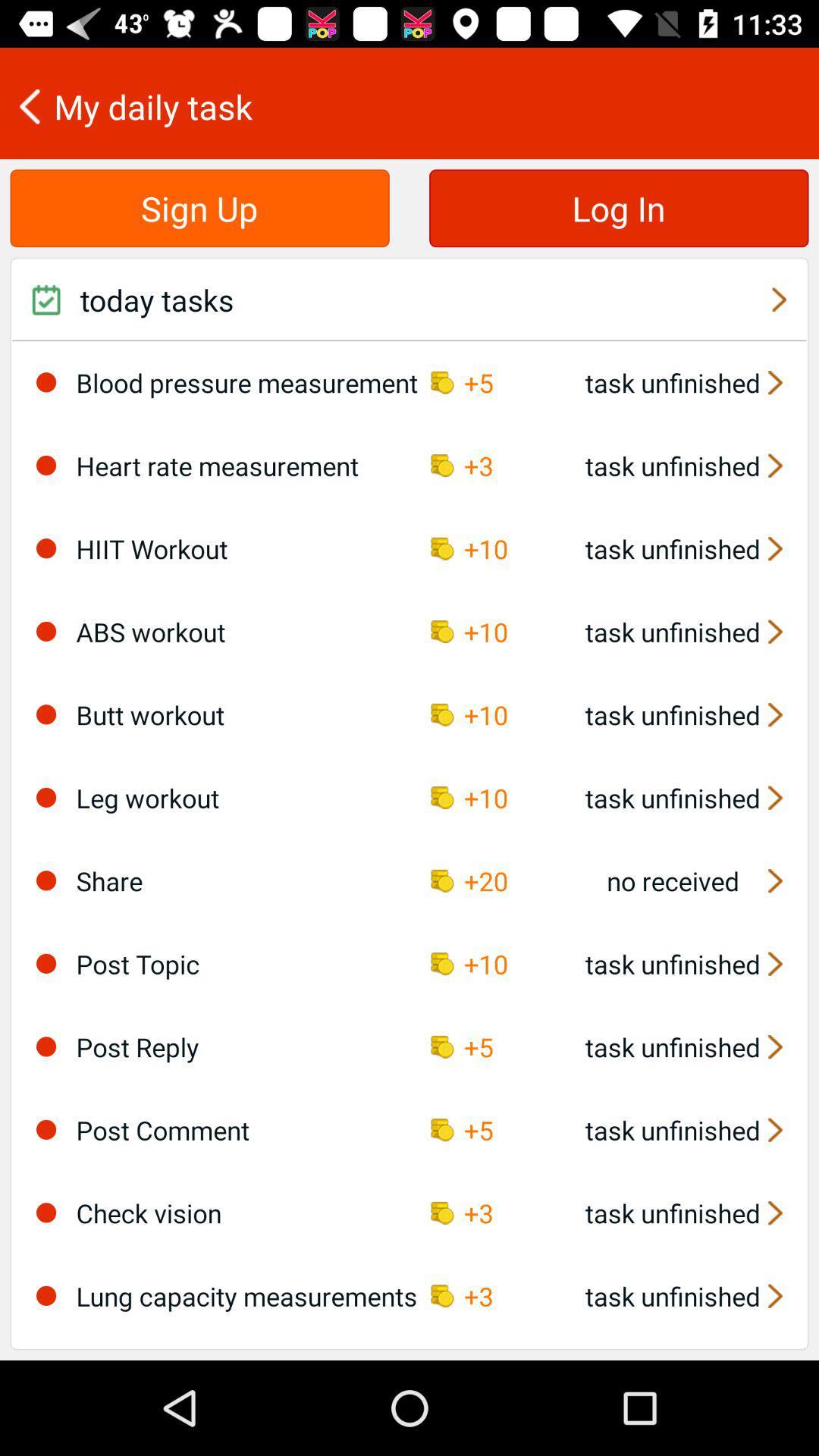  Describe the element at coordinates (45, 548) in the screenshot. I see `the item to the left of hiit workout icon` at that location.